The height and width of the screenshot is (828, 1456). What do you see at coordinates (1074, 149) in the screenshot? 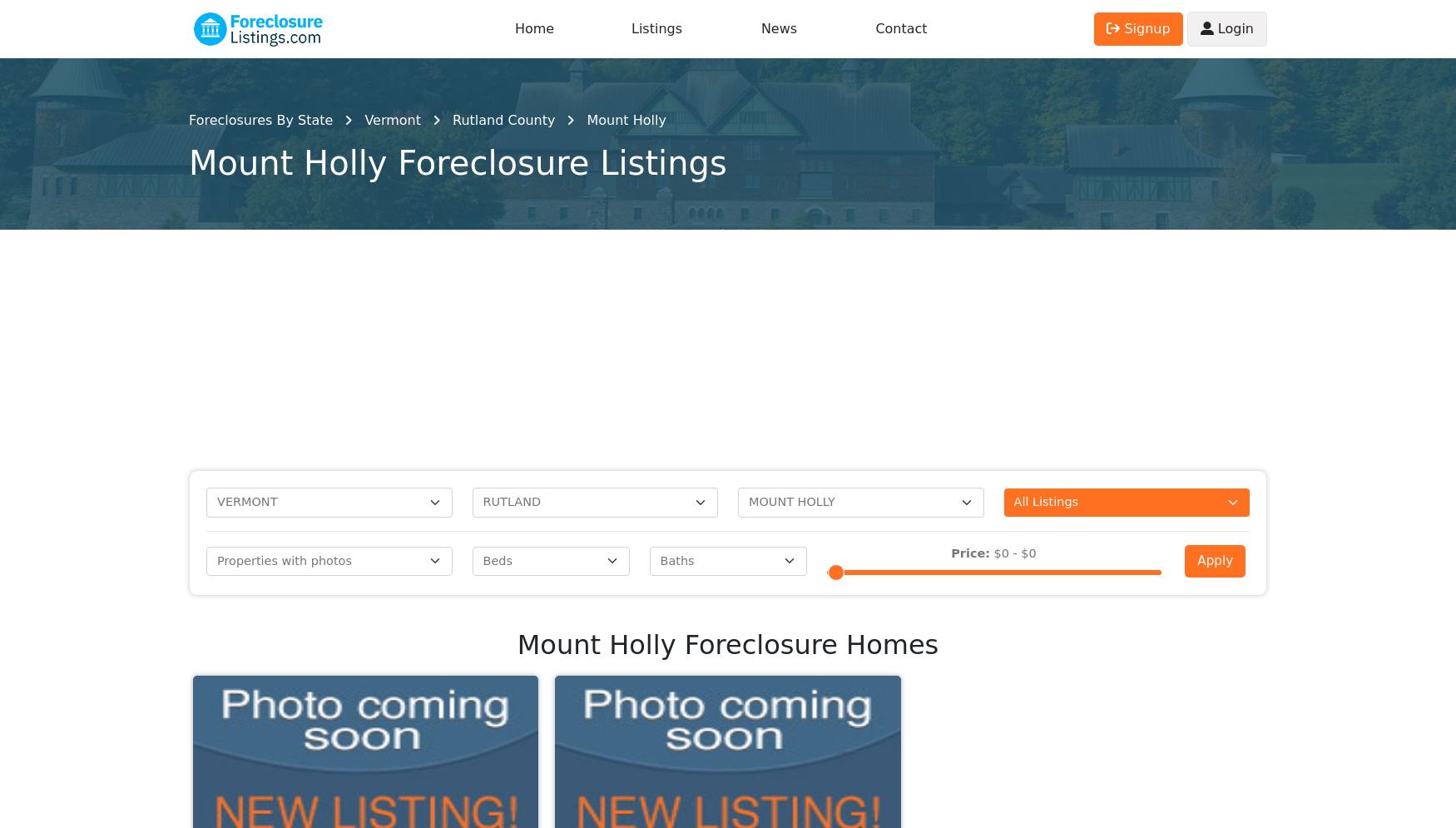
I see `'05701'` at bounding box center [1074, 149].